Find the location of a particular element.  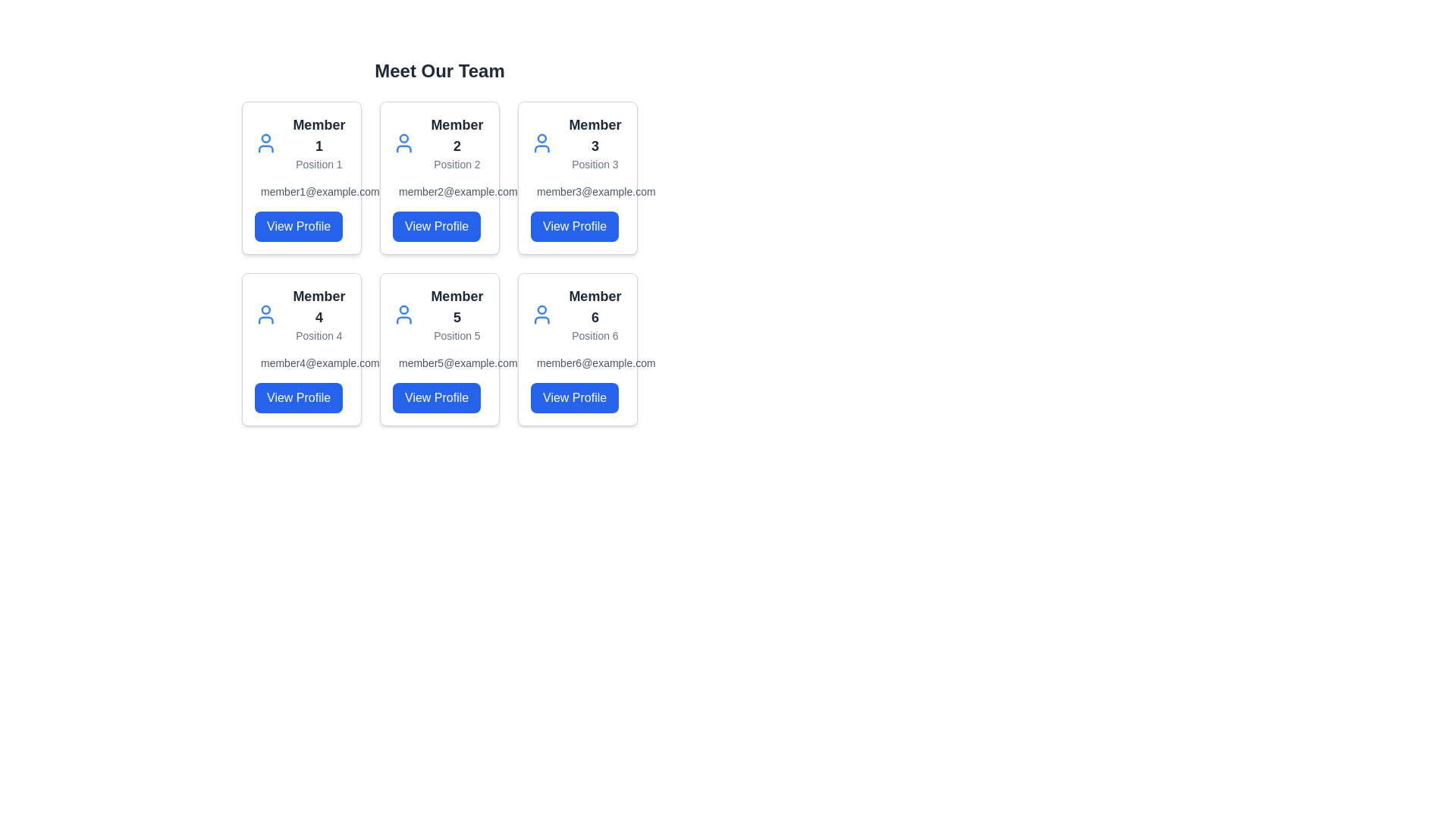

the static text field that displays the designation or role associated with 'Member 6', positioned below 'Member 6' and above the email address and 'View Profile' button in the last card of the grid layout is located at coordinates (594, 335).